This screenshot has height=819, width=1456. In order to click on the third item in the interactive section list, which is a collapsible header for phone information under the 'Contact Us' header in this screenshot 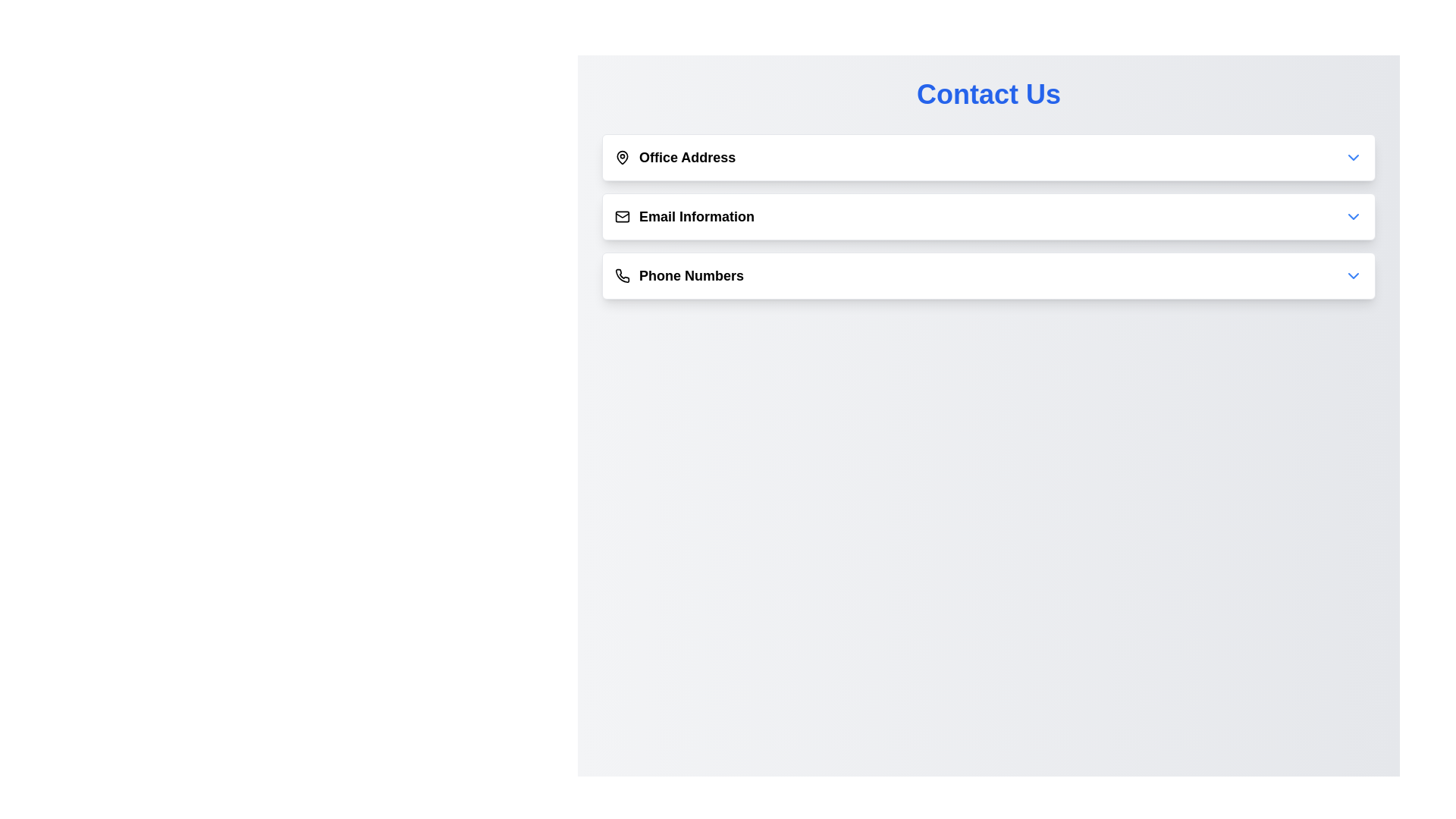, I will do `click(679, 275)`.